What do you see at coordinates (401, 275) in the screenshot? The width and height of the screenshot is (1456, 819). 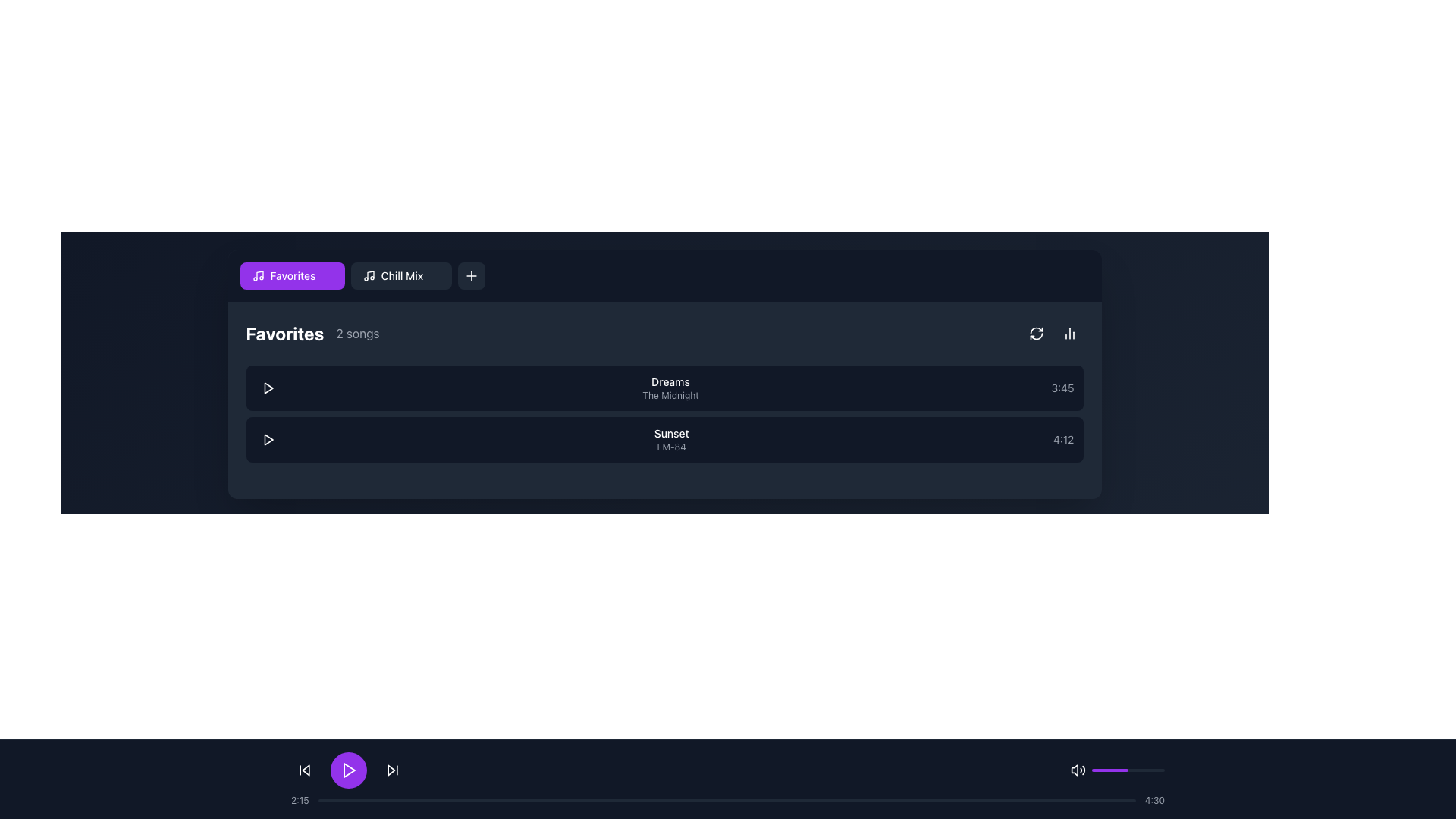 I see `the 'Chill Mix' button, which is a rectangular button with a dark background, rounded corners, and a musical note icon next to the text` at bounding box center [401, 275].